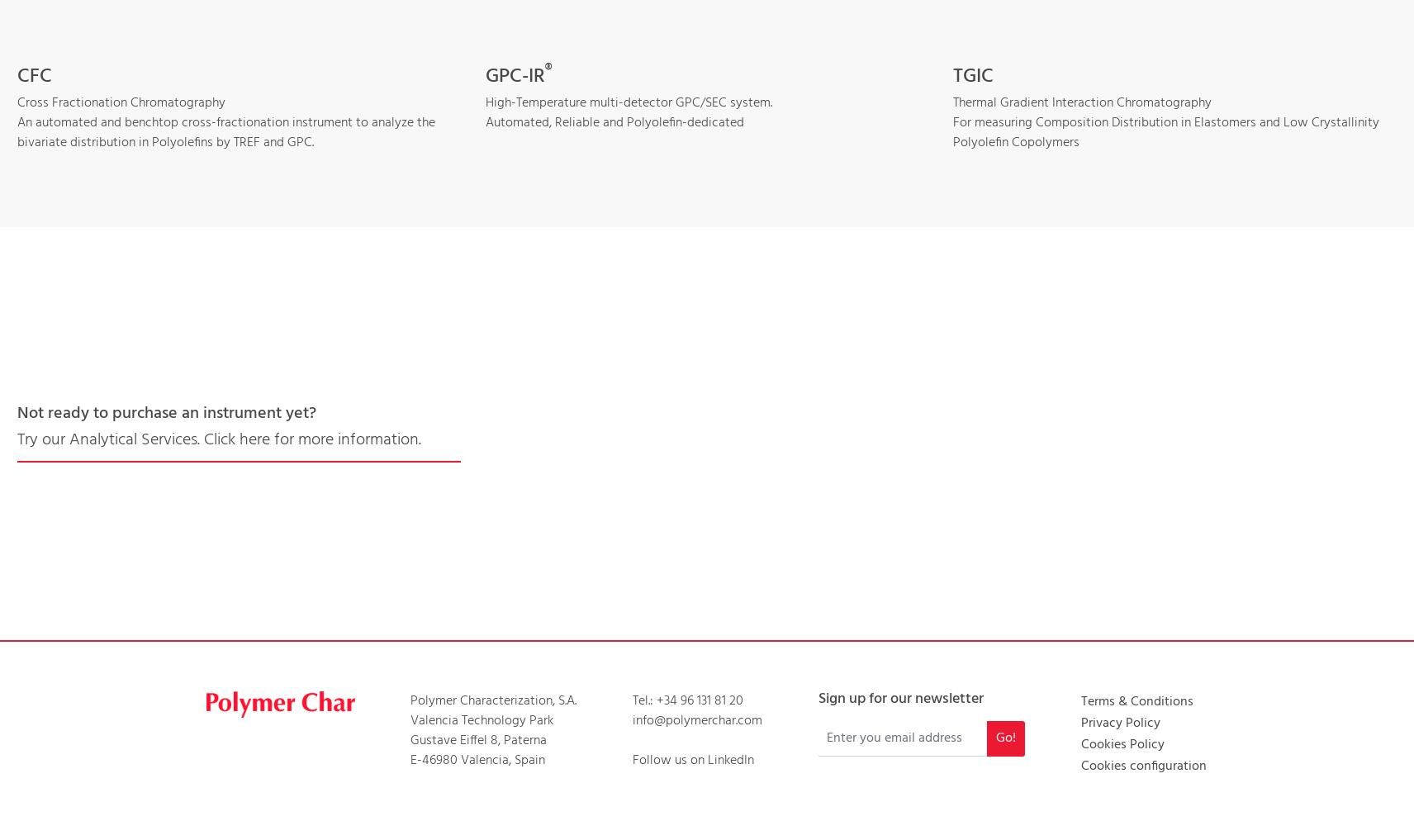 This screenshot has height=840, width=1414. What do you see at coordinates (900, 698) in the screenshot?
I see `'Sign up for our newsletter'` at bounding box center [900, 698].